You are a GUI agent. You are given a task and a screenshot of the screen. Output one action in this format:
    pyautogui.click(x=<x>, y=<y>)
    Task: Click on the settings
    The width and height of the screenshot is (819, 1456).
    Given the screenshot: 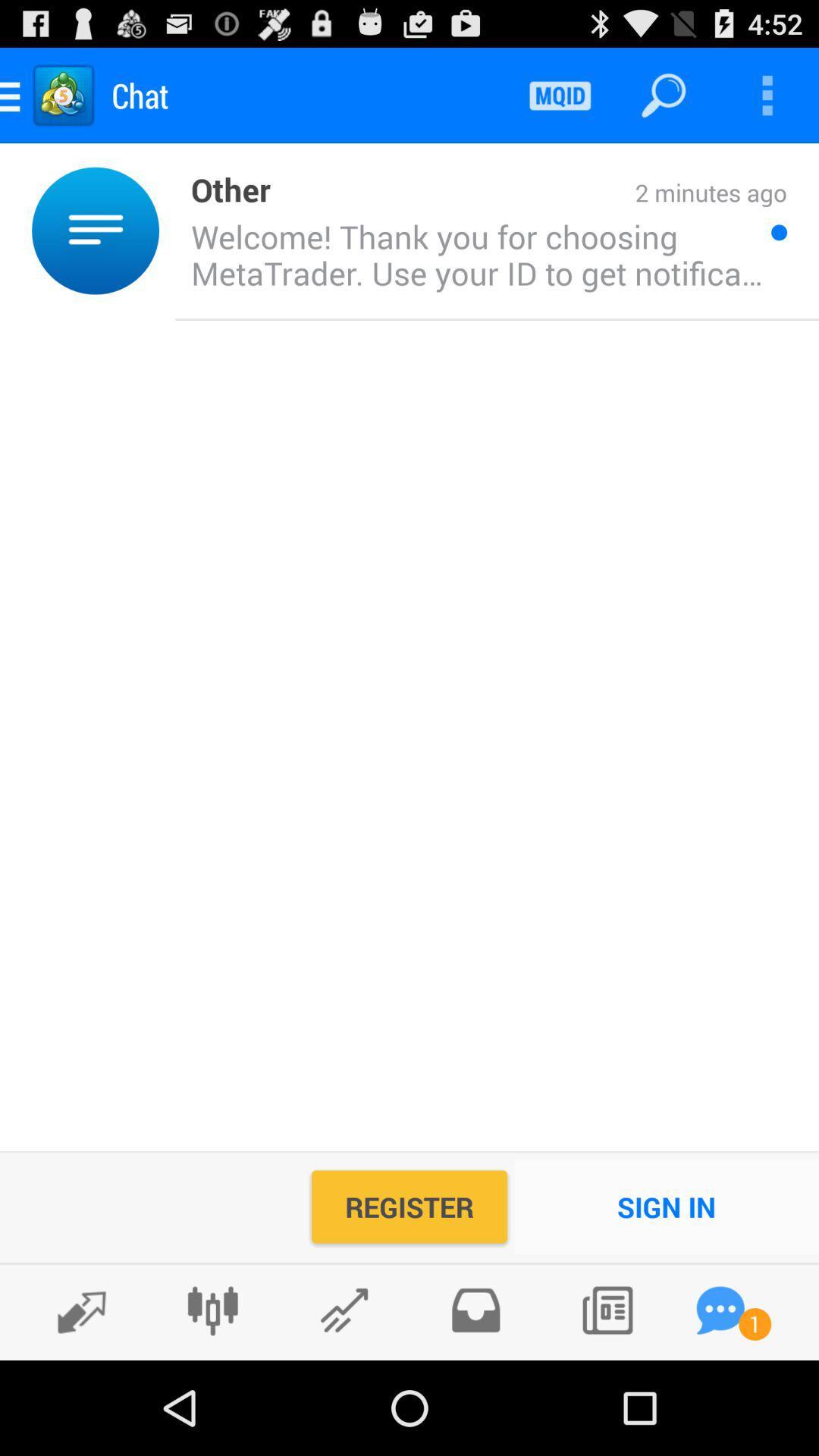 What is the action you would take?
    pyautogui.click(x=212, y=1310)
    